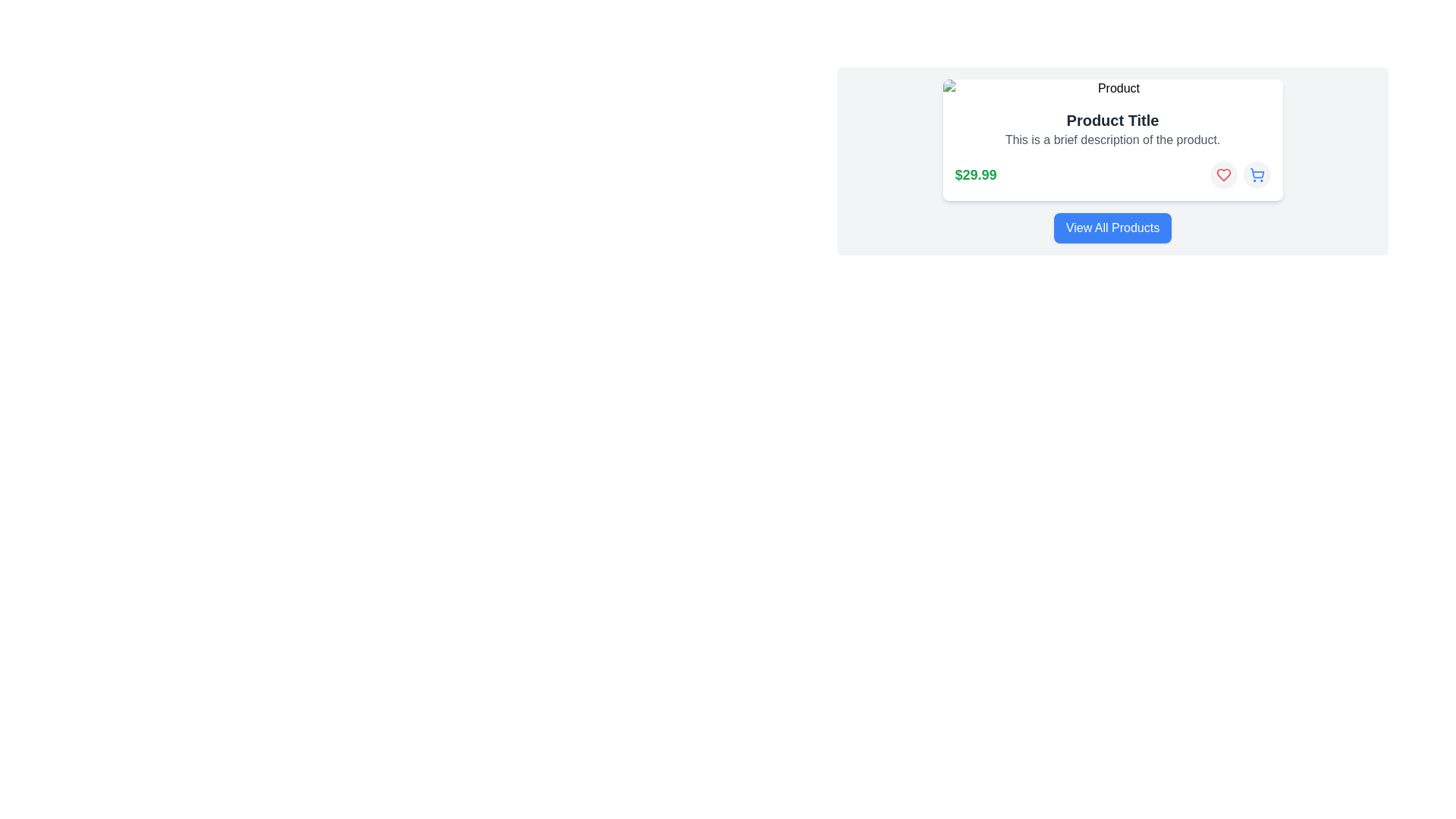 The image size is (1456, 819). Describe the element at coordinates (1257, 174) in the screenshot. I see `the shopping cart icon located at the bottom-right corner of the product information card` at that location.